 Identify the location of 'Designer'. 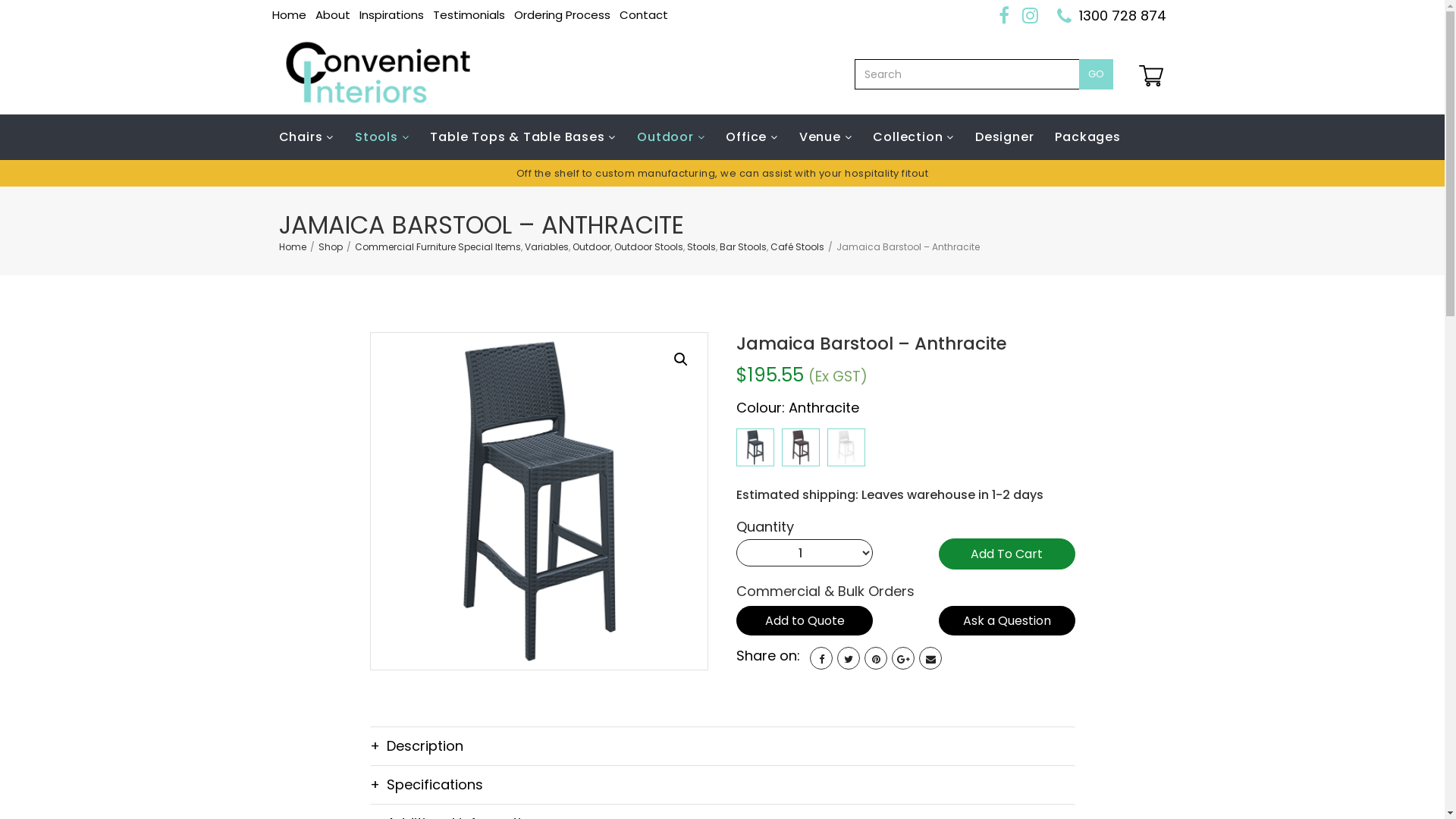
(1004, 137).